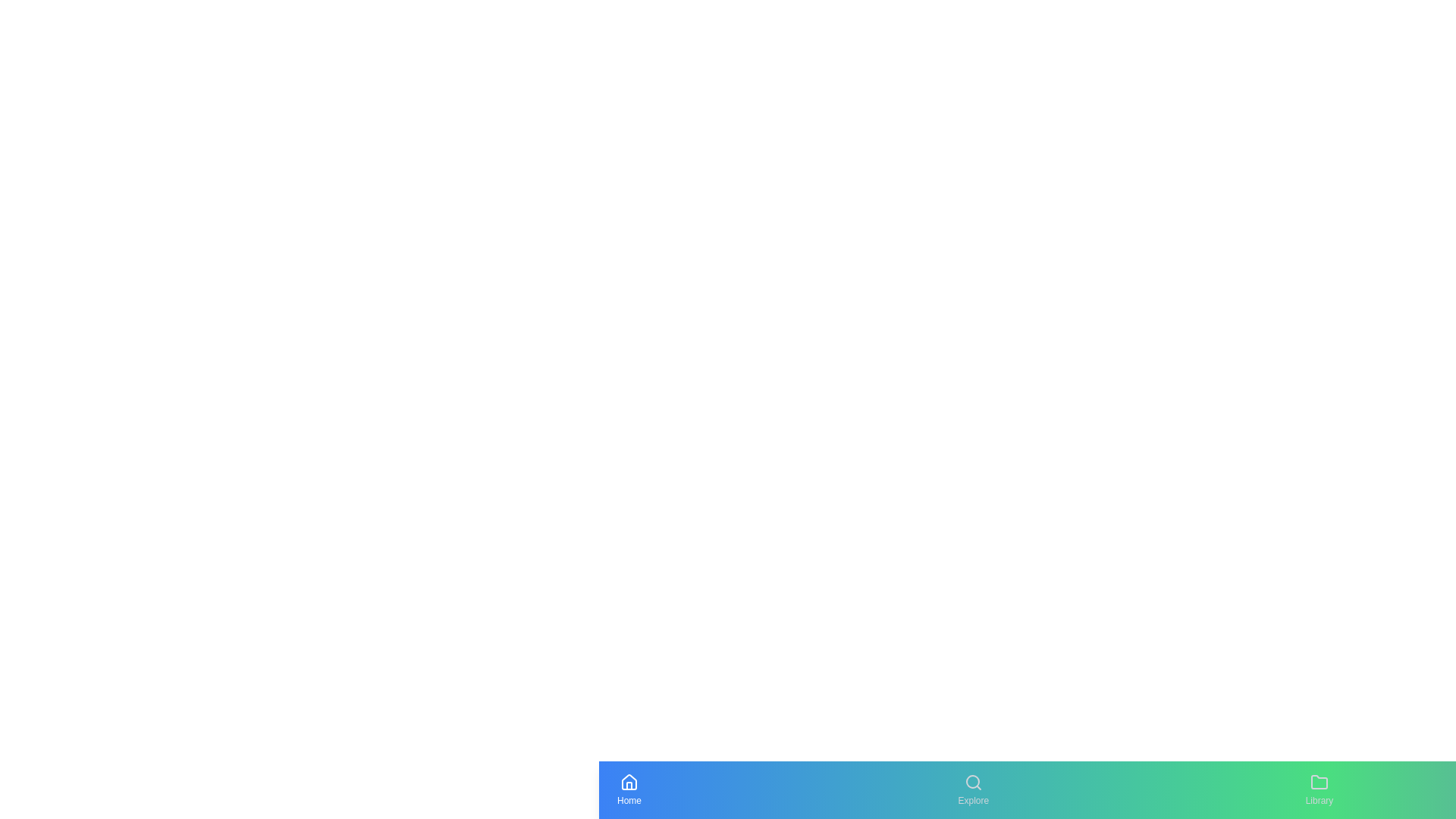 The height and width of the screenshot is (819, 1456). I want to click on the navigation tab labeled Library to navigate to the respective section, so click(1317, 789).